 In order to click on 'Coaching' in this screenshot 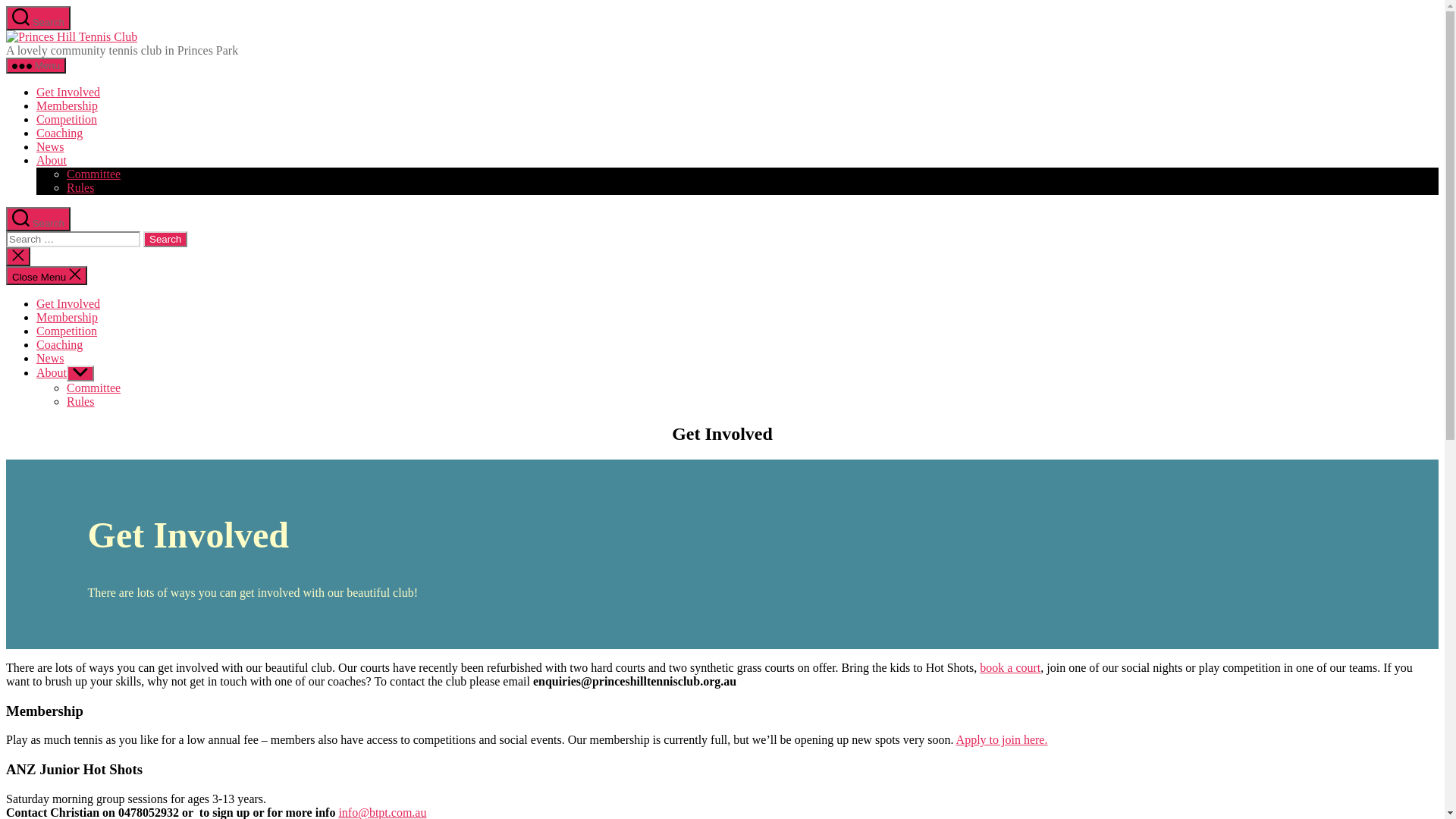, I will do `click(59, 132)`.